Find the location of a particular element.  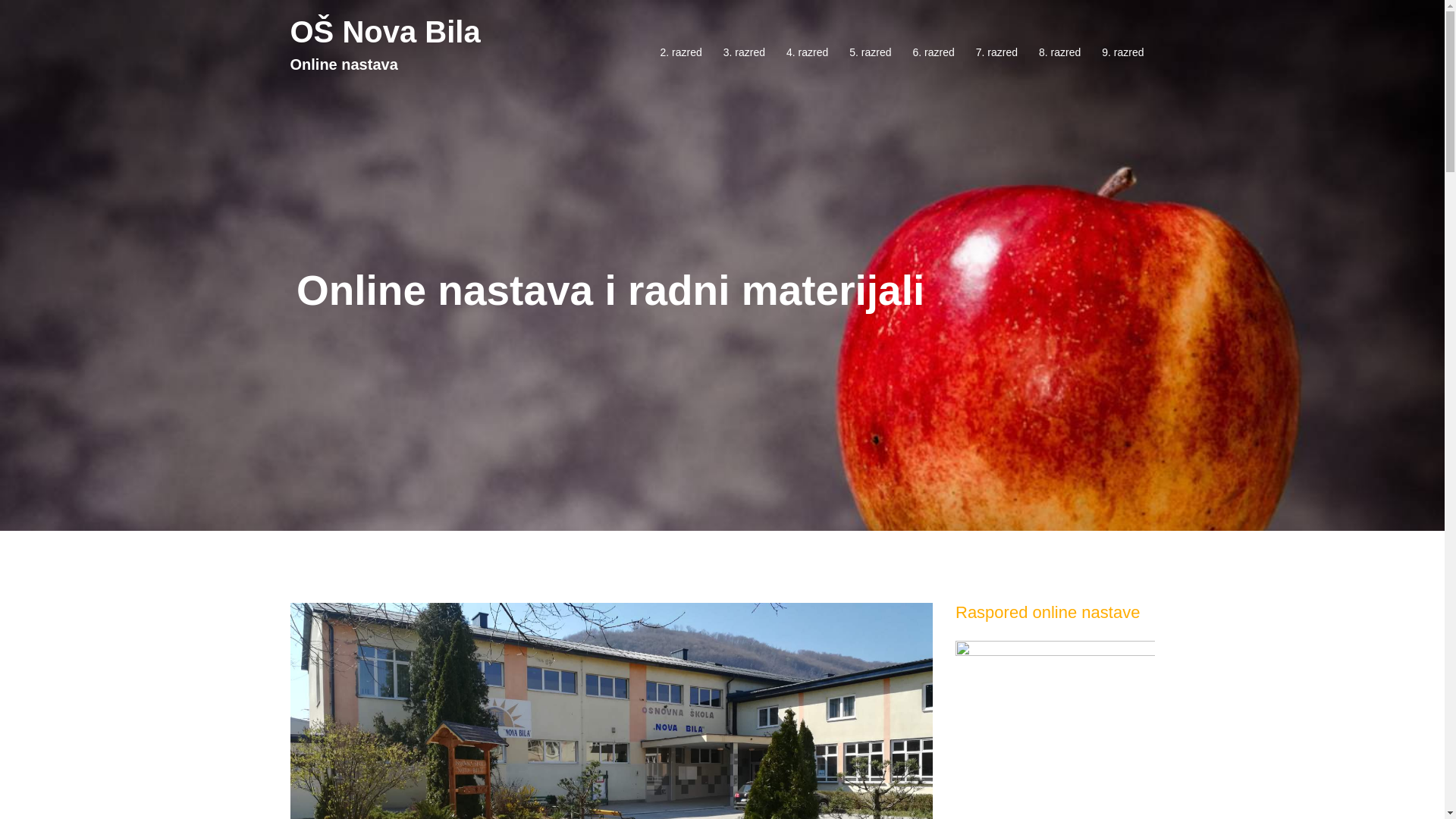

'8. razred' is located at coordinates (1037, 52).